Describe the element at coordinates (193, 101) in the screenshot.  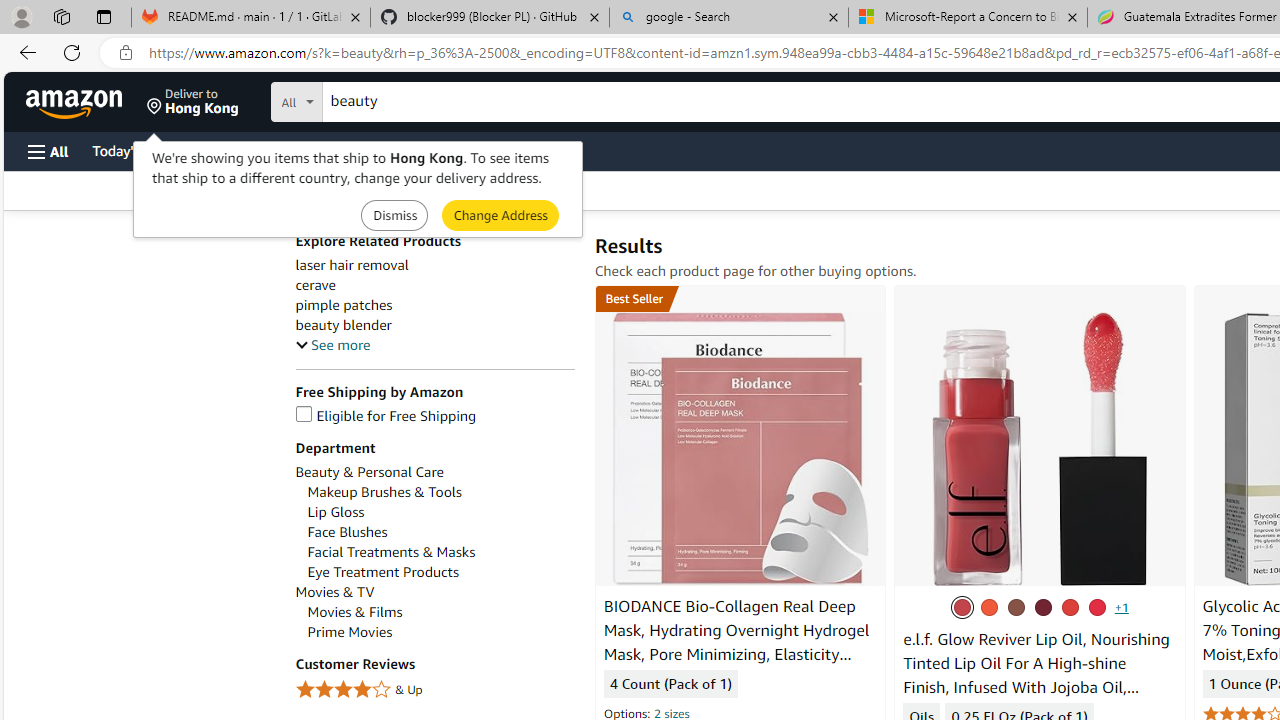
I see `'Deliver to Hong Kong'` at that location.